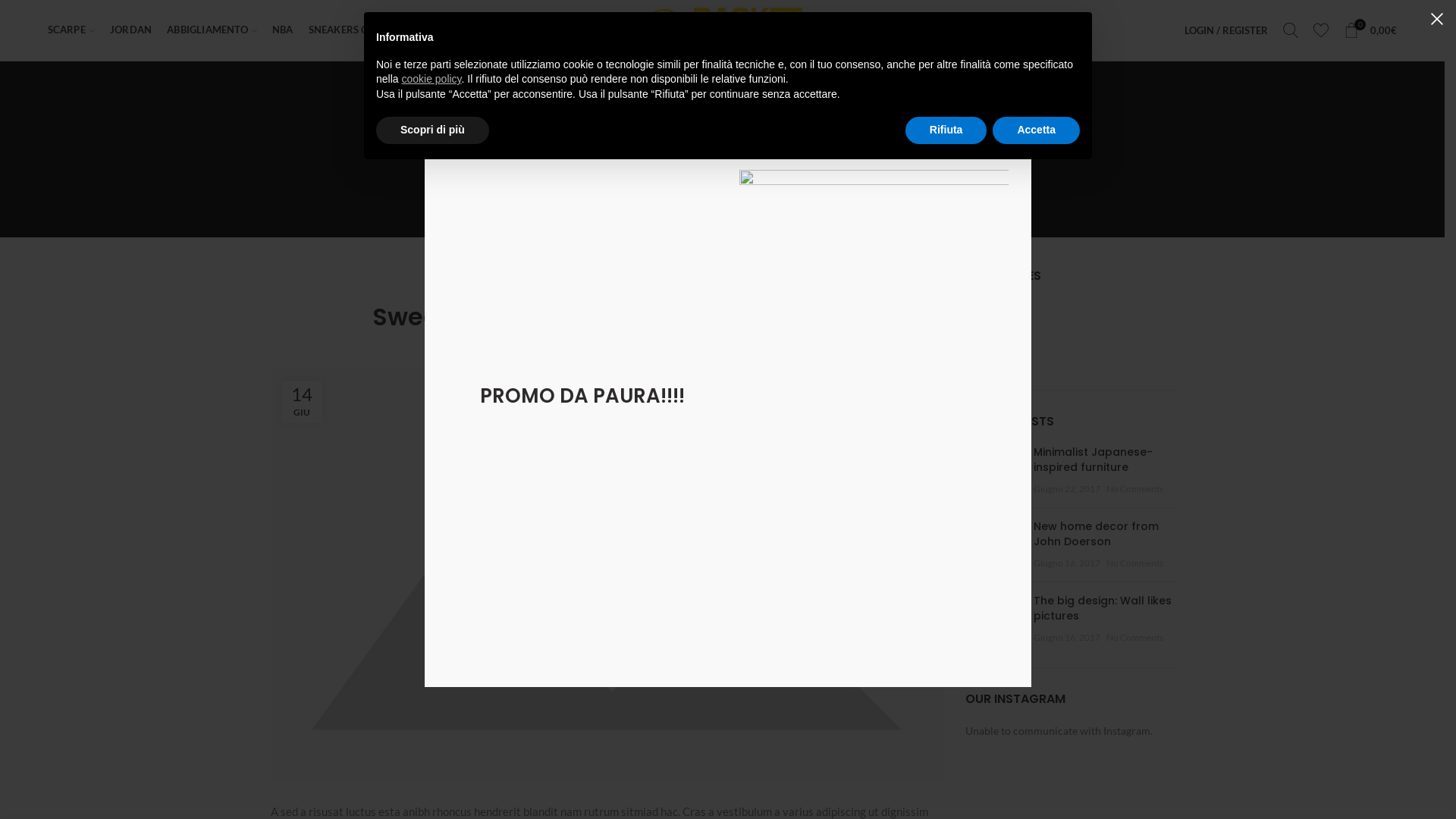  What do you see at coordinates (946, 130) in the screenshot?
I see `'Rifiuta'` at bounding box center [946, 130].